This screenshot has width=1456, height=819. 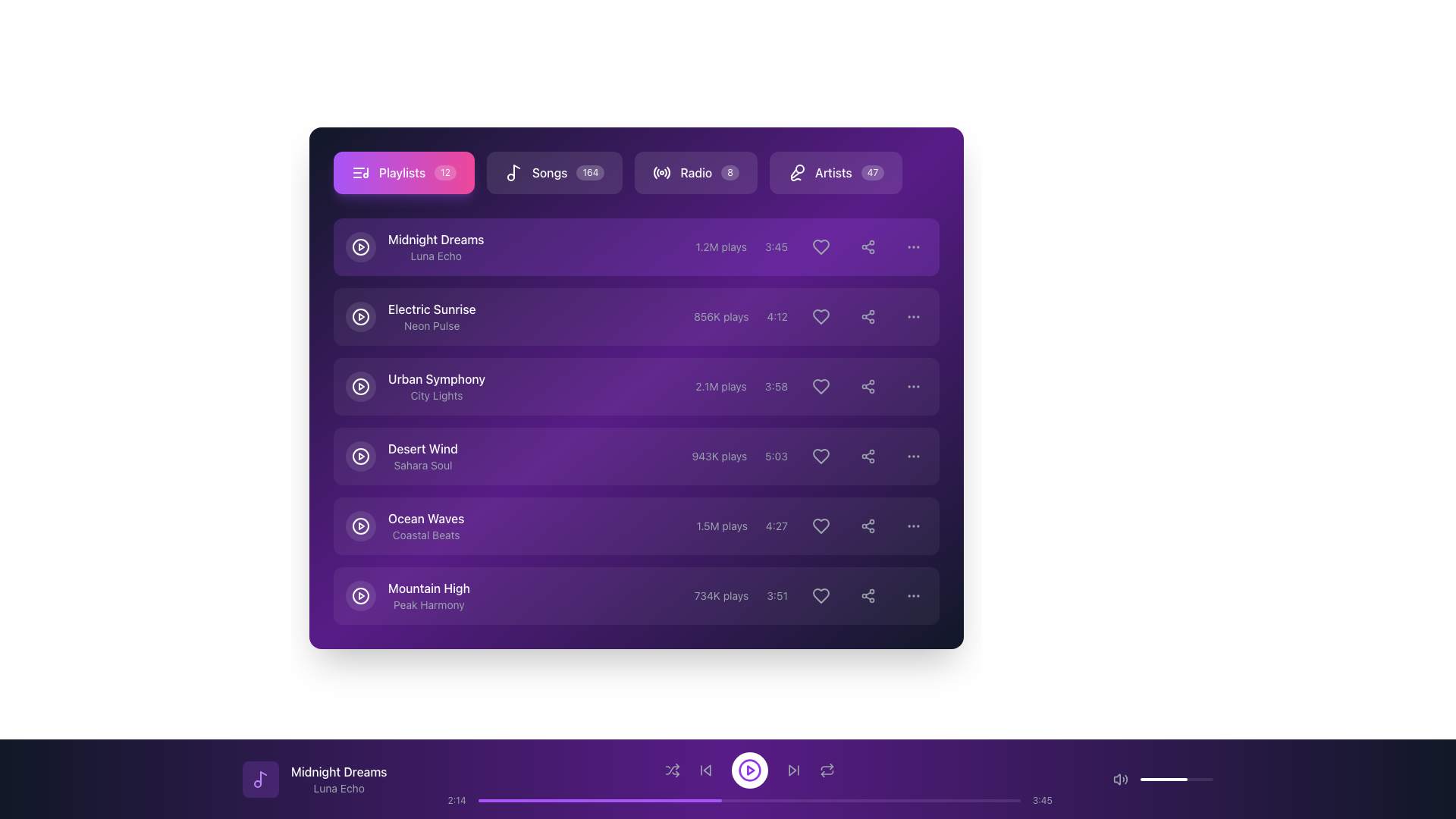 What do you see at coordinates (695, 171) in the screenshot?
I see `the 'Radio' navigation button label, which is the third button from the left in the navigation bar, positioned between 'Songs' and 'Artists'` at bounding box center [695, 171].